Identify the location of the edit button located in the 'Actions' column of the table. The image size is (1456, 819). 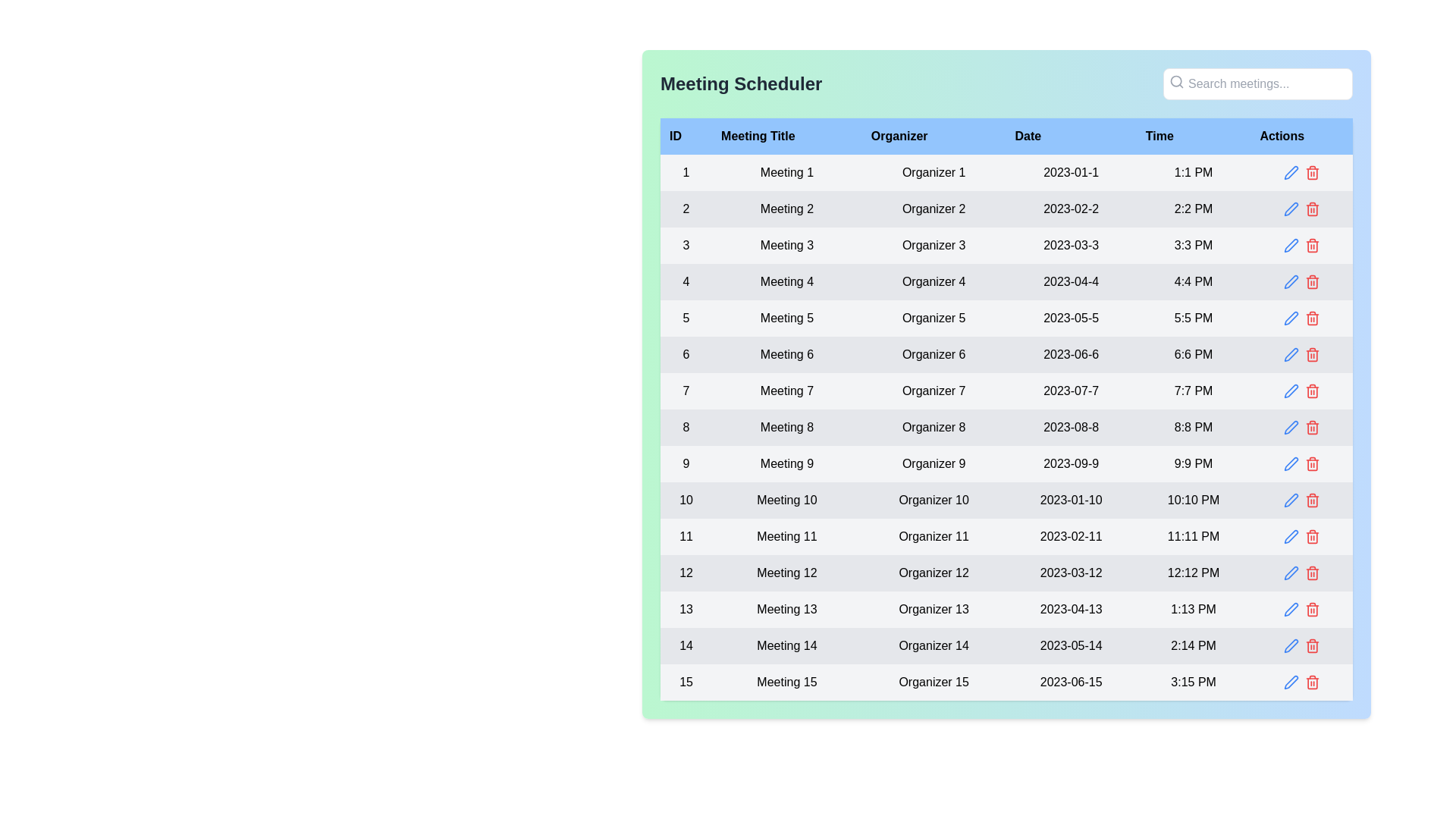
(1290, 171).